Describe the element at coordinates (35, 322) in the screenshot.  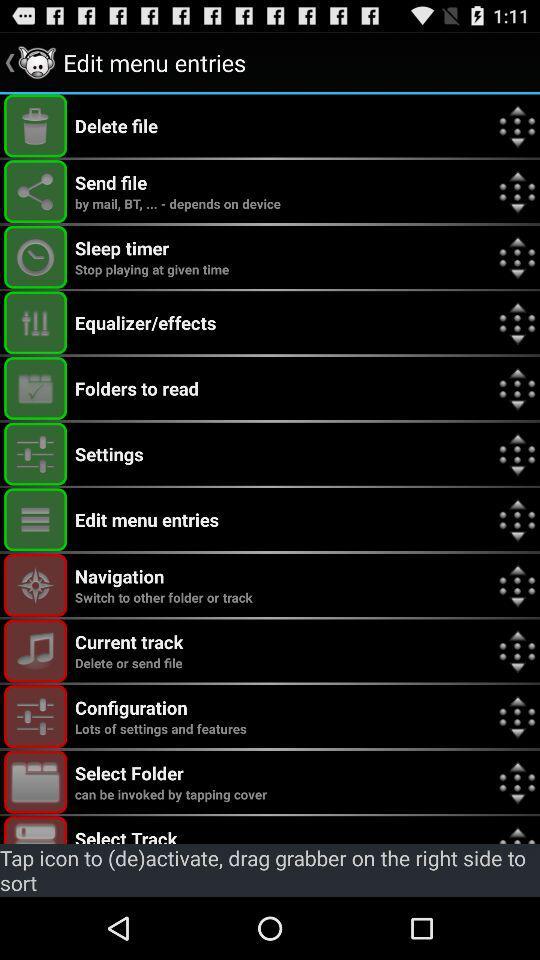
I see `equalizer option` at that location.